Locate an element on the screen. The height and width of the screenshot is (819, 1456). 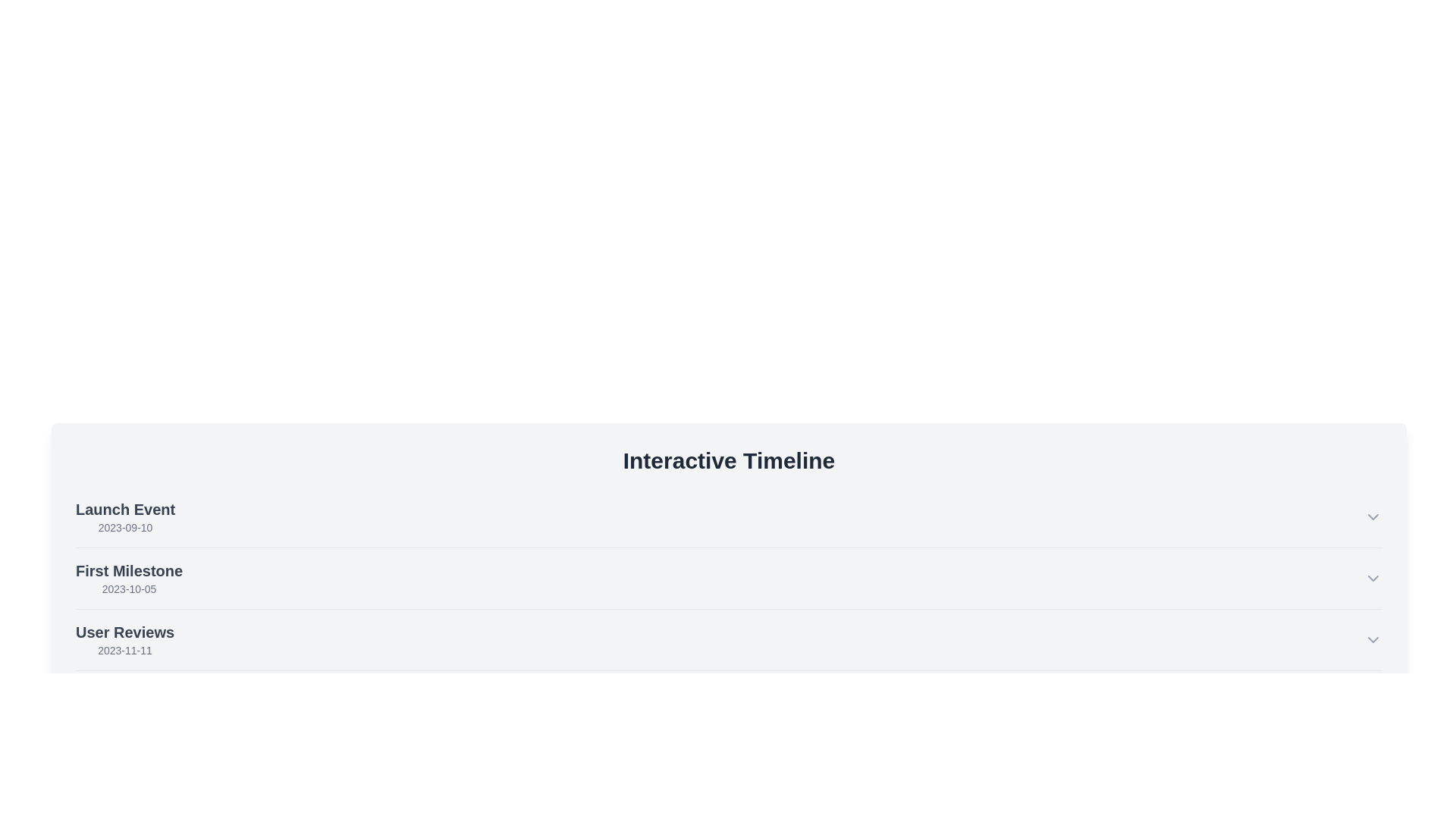
the date label displaying '2023-10-05', which is styled in a small gray font and located below the 'First Milestone' title in the second item of the vertical list is located at coordinates (129, 588).